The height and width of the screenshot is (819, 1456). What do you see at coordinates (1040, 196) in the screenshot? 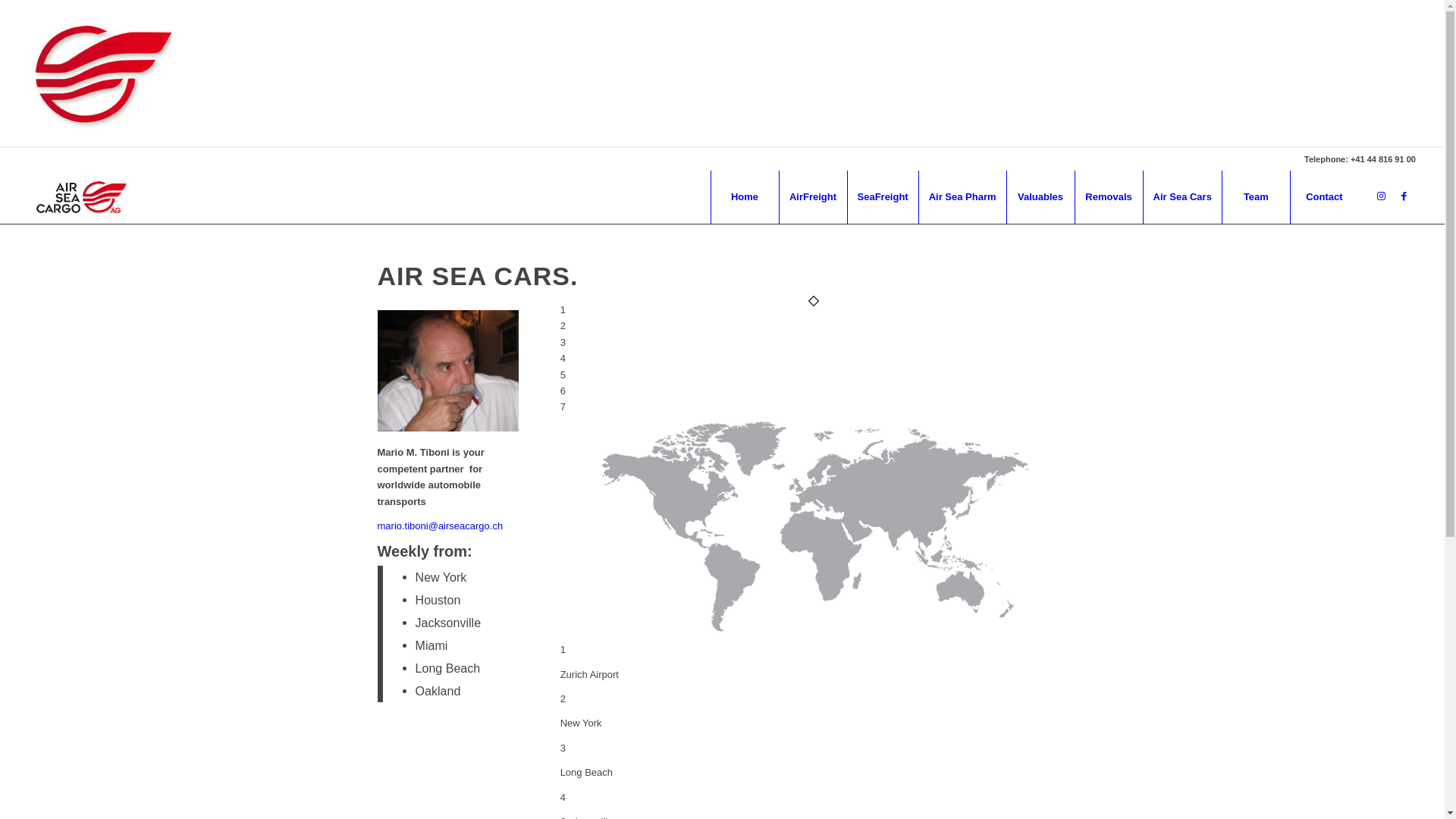
I see `'Valuables'` at bounding box center [1040, 196].